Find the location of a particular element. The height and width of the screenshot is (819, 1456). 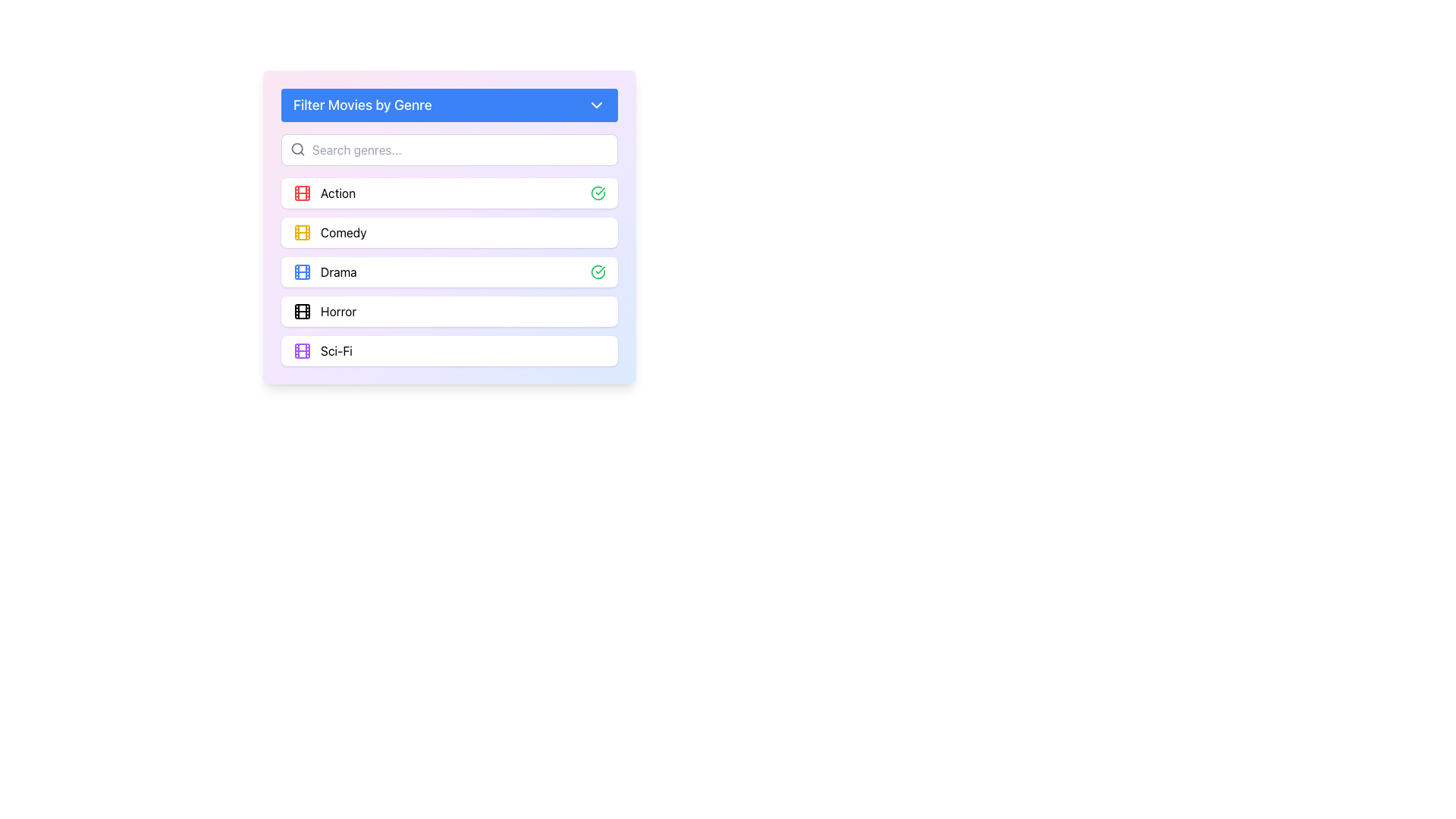

the yellow film reel icon located in the second row of the genre list, directly to the left of the 'Comedy' label is located at coordinates (302, 233).